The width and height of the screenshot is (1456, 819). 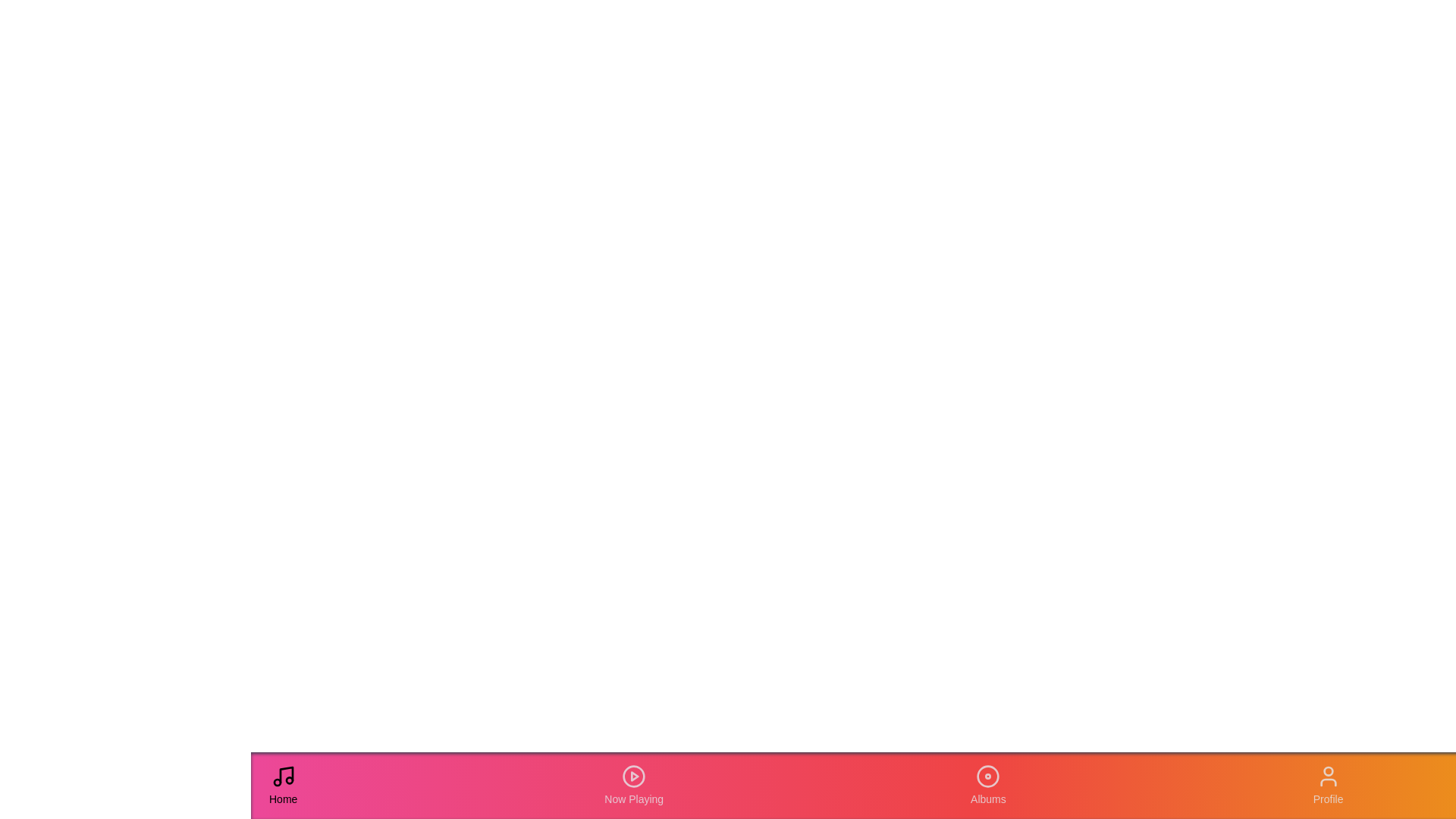 What do you see at coordinates (283, 785) in the screenshot?
I see `the icon corresponding to Home` at bounding box center [283, 785].